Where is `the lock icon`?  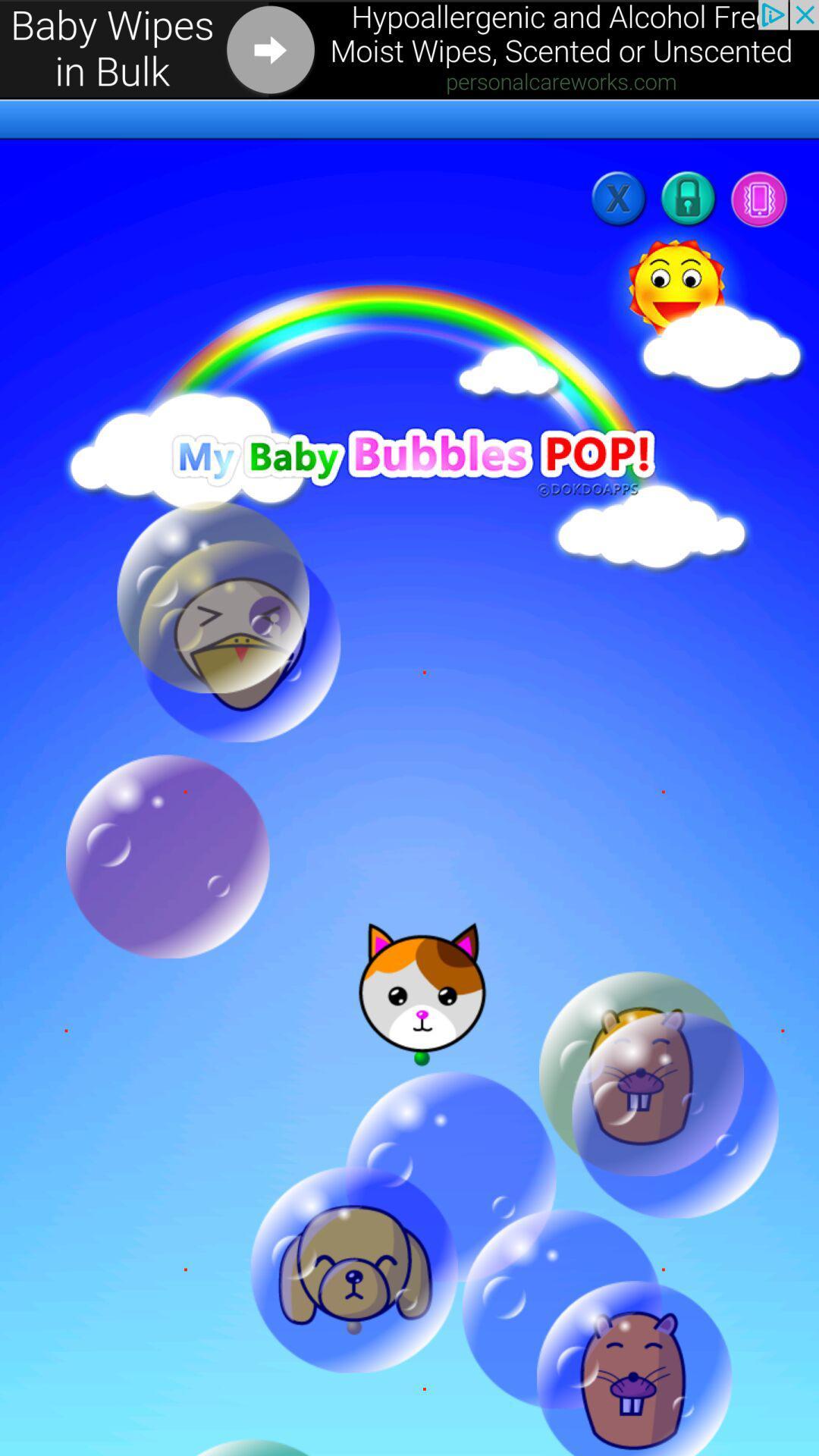 the lock icon is located at coordinates (689, 198).